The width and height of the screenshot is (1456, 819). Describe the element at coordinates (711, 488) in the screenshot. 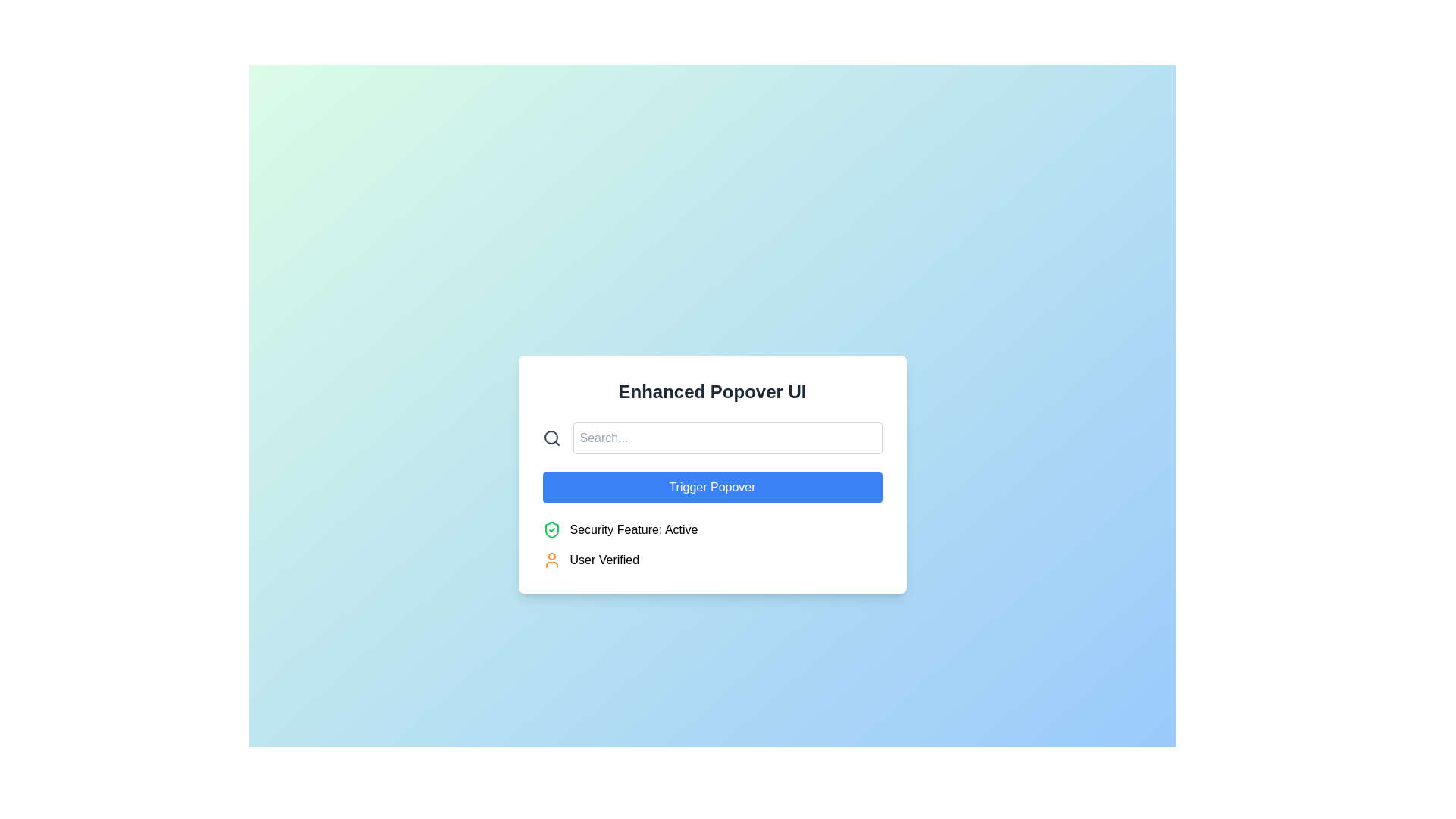

I see `the 'Trigger Popover' button` at that location.